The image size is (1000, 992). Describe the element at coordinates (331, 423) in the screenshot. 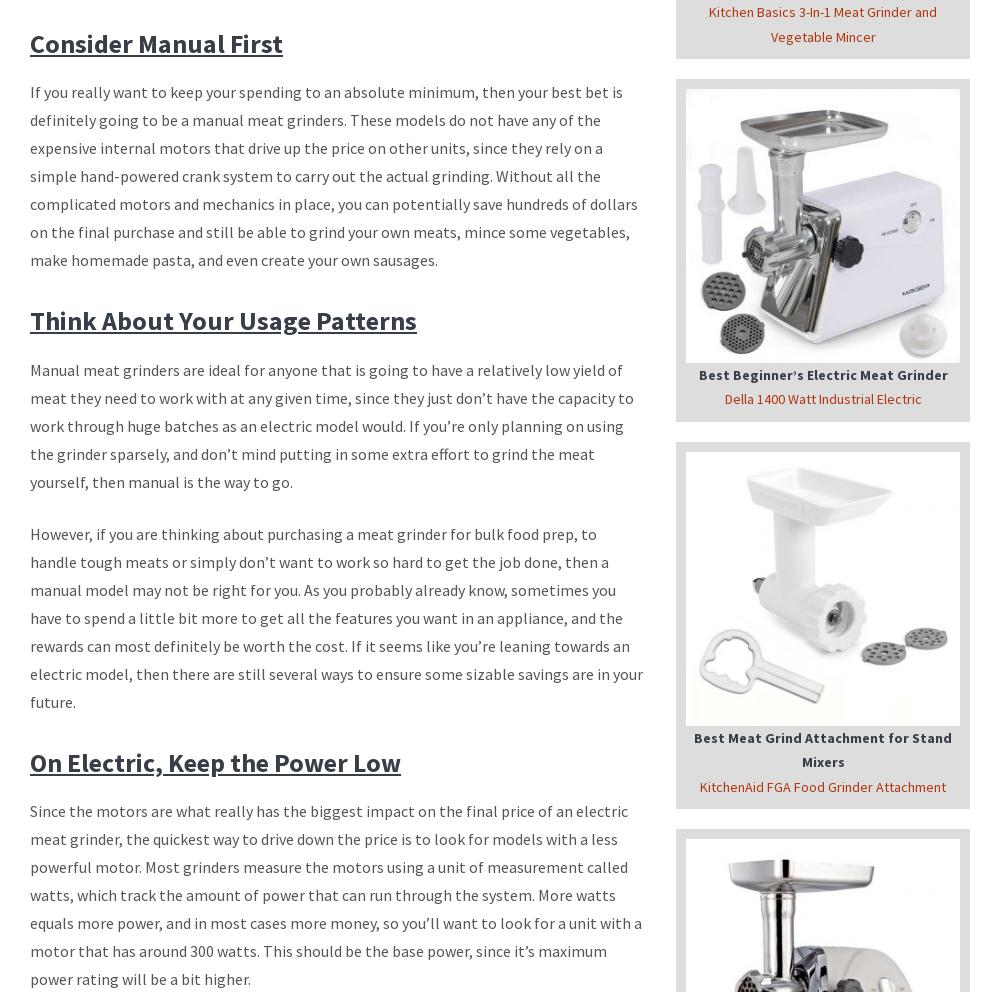

I see `'Manual meat grinders are ideal for anyone that is going to have a relatively low yield of meat they need to work with at any given time, since they just don’t have the capacity to work through huge batches as an electric model would. If you’re only planning on using the grinder sparsely, and don’t mind putting in some extra effort to grind the meat yourself, then manual is the way to go.'` at that location.